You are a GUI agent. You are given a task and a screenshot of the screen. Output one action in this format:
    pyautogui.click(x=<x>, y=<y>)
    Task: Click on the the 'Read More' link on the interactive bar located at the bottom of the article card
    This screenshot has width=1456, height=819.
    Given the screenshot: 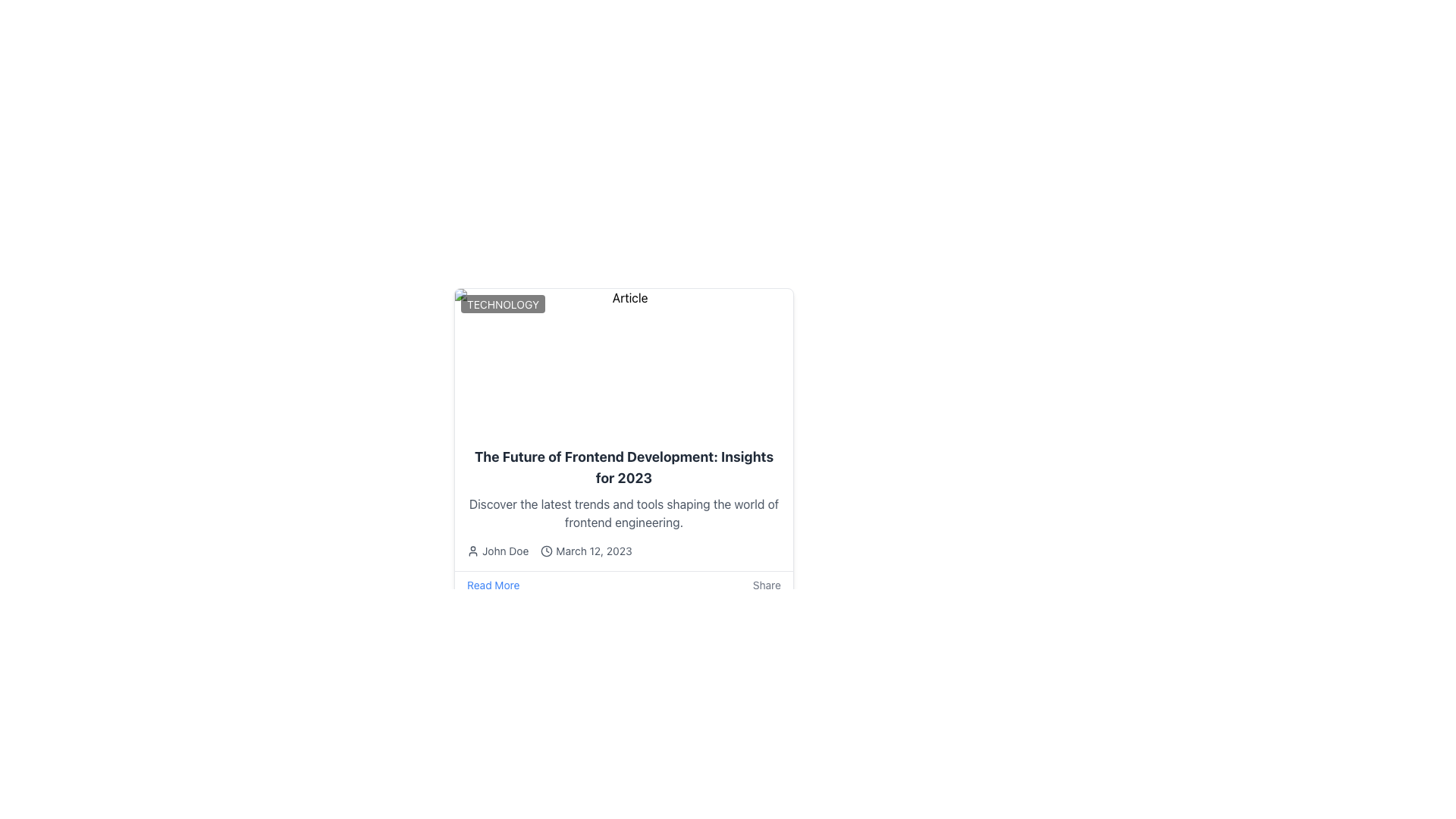 What is the action you would take?
    pyautogui.click(x=623, y=584)
    